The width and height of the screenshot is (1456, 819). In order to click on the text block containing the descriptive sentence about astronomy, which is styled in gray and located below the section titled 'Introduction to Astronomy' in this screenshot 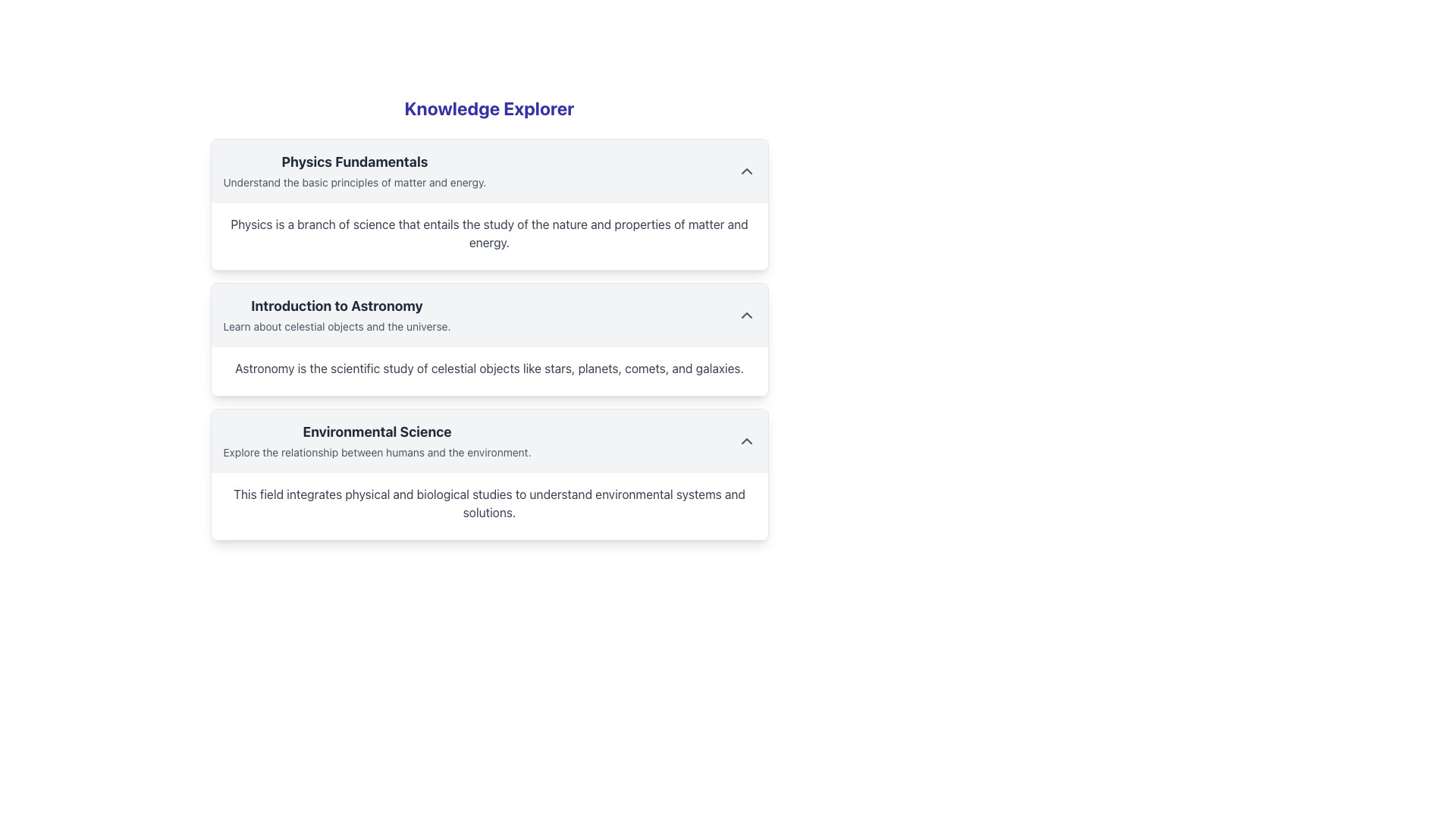, I will do `click(489, 369)`.